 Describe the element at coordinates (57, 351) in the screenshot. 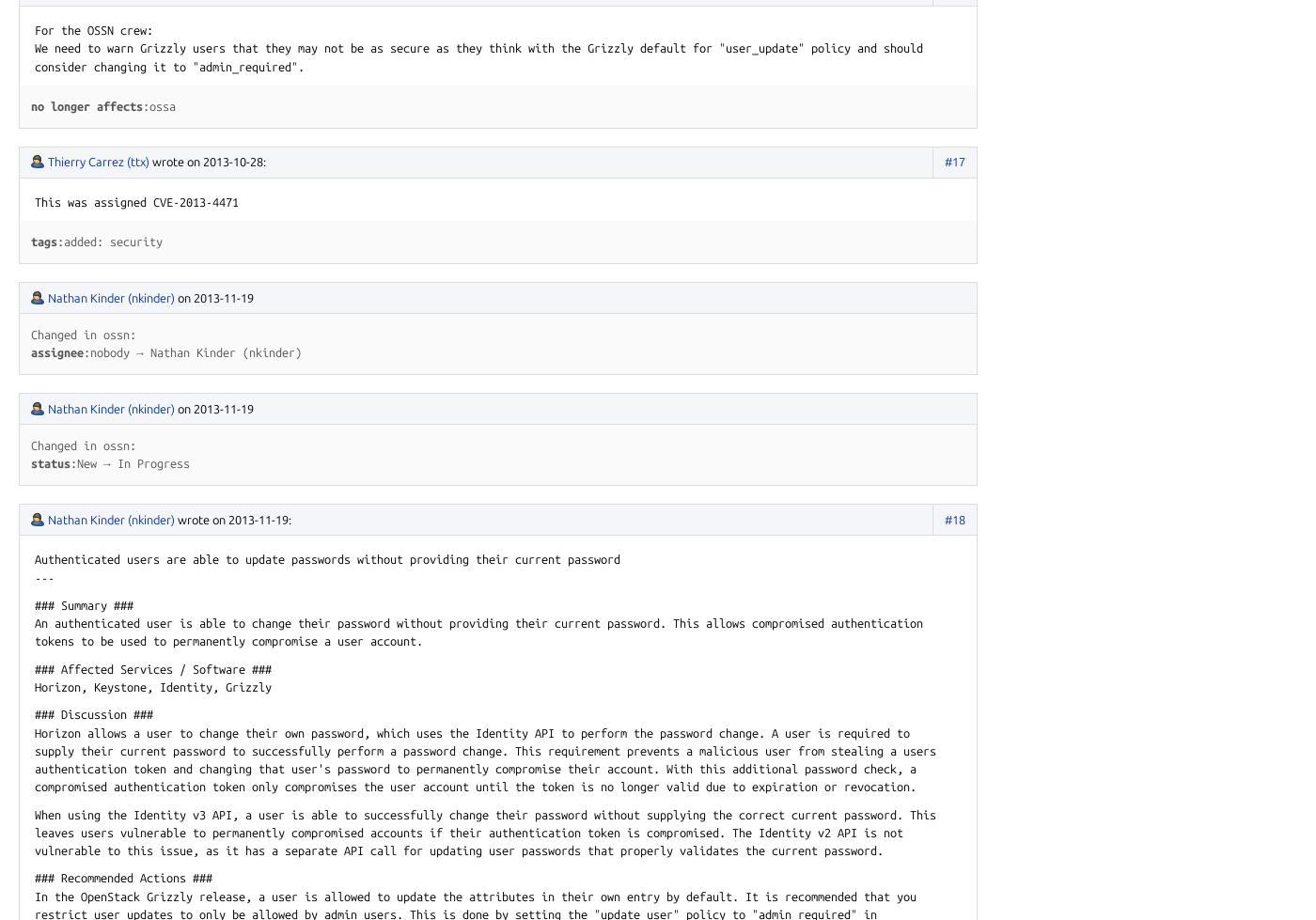

I see `'assignee'` at that location.